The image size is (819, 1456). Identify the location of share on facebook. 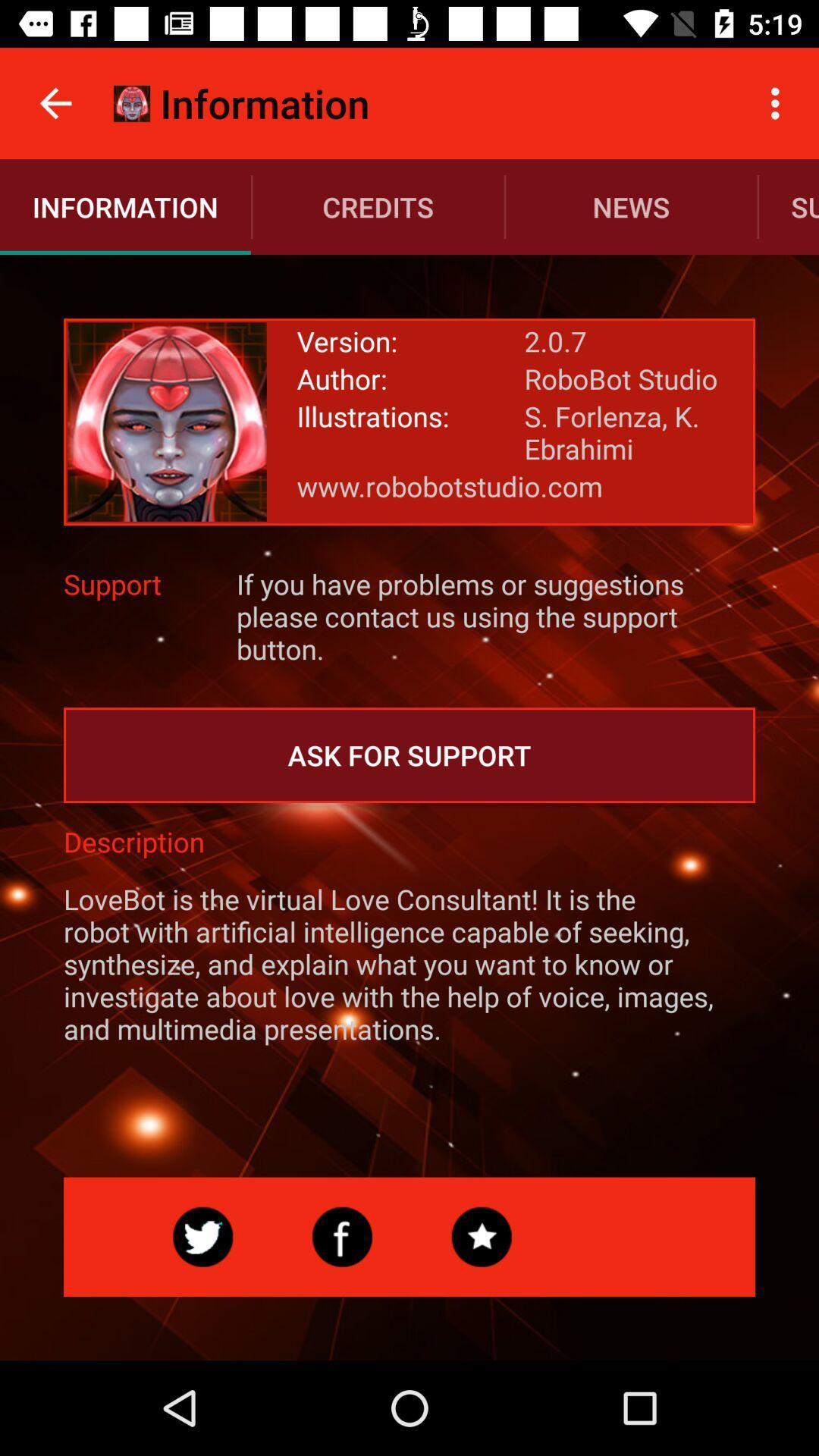
(342, 1237).